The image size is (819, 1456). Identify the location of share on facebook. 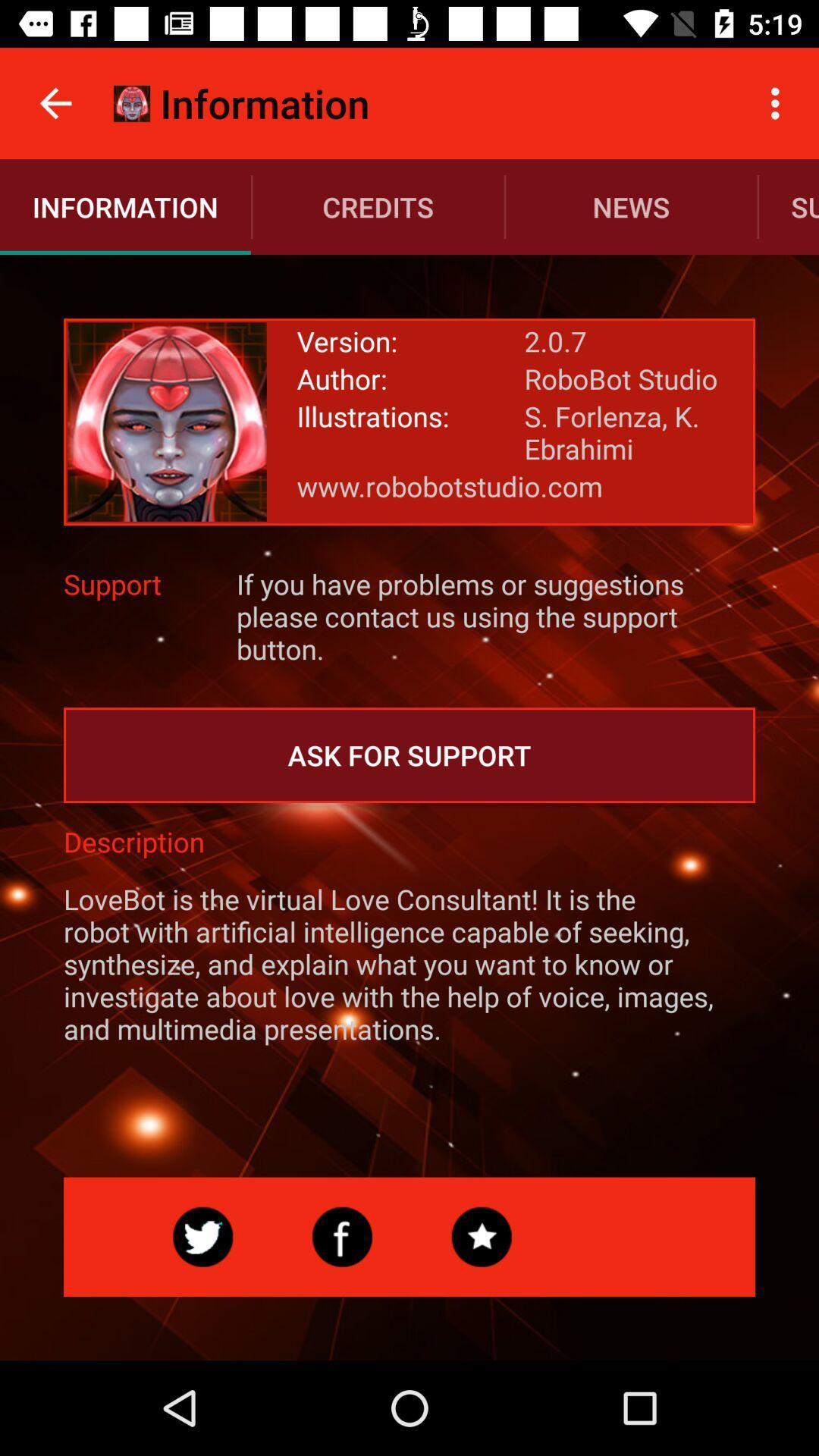
(342, 1237).